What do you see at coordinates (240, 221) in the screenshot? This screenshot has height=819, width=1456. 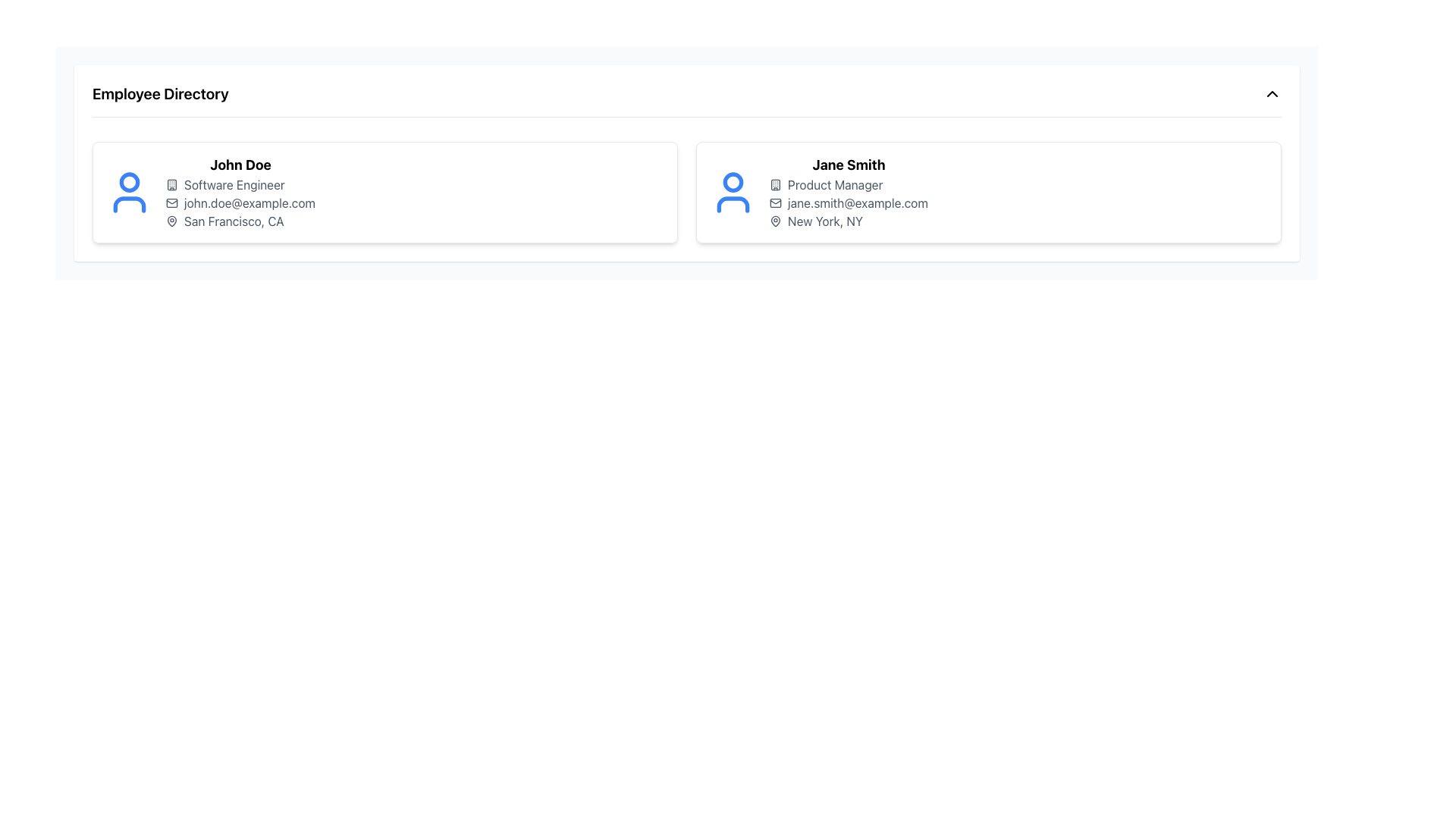 I see `the geographical location text with map pin icon at the bottom of John Doe's profile card in the Employee Directory interface` at bounding box center [240, 221].